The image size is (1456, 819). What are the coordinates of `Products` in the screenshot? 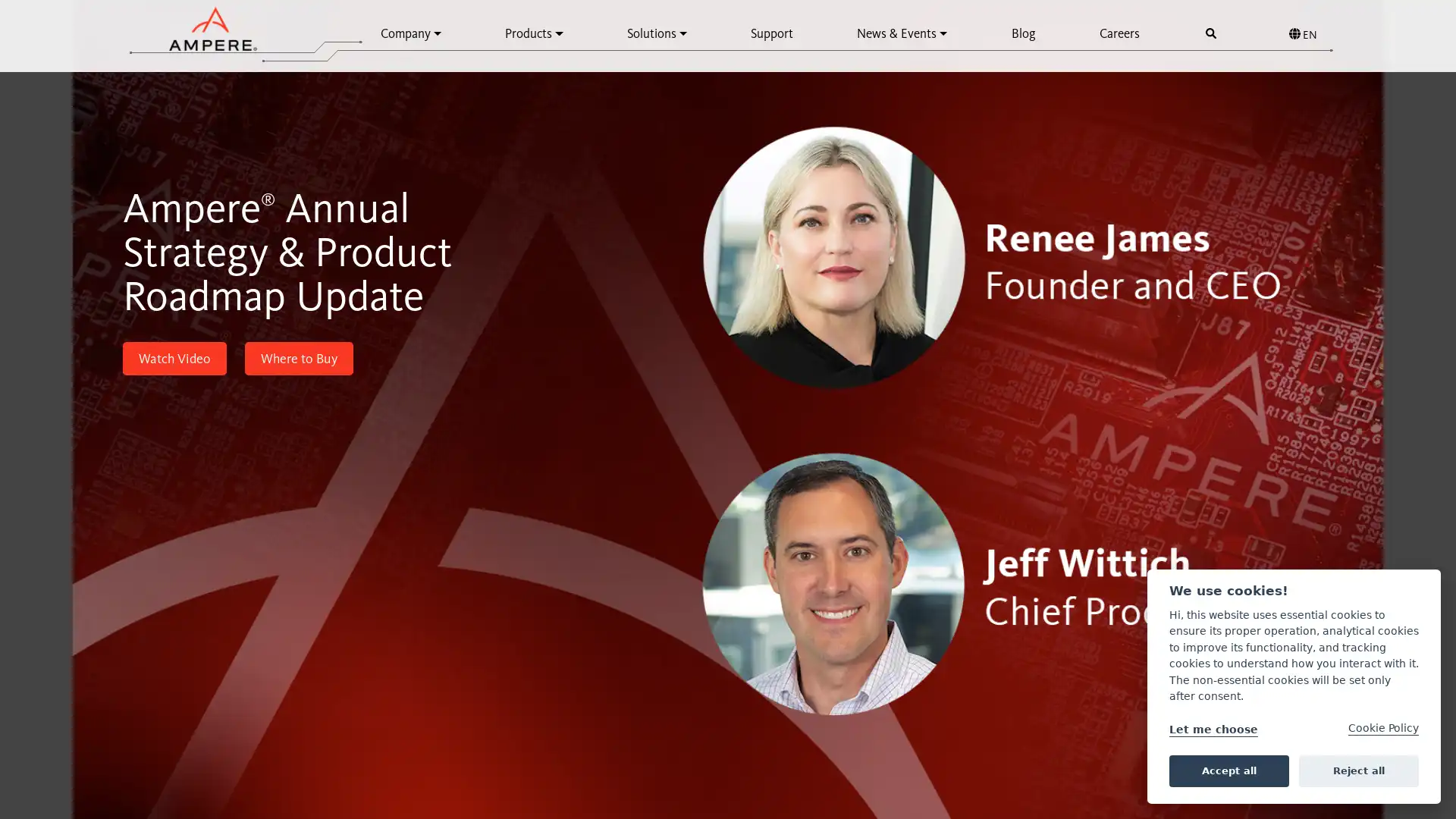 It's located at (534, 33).